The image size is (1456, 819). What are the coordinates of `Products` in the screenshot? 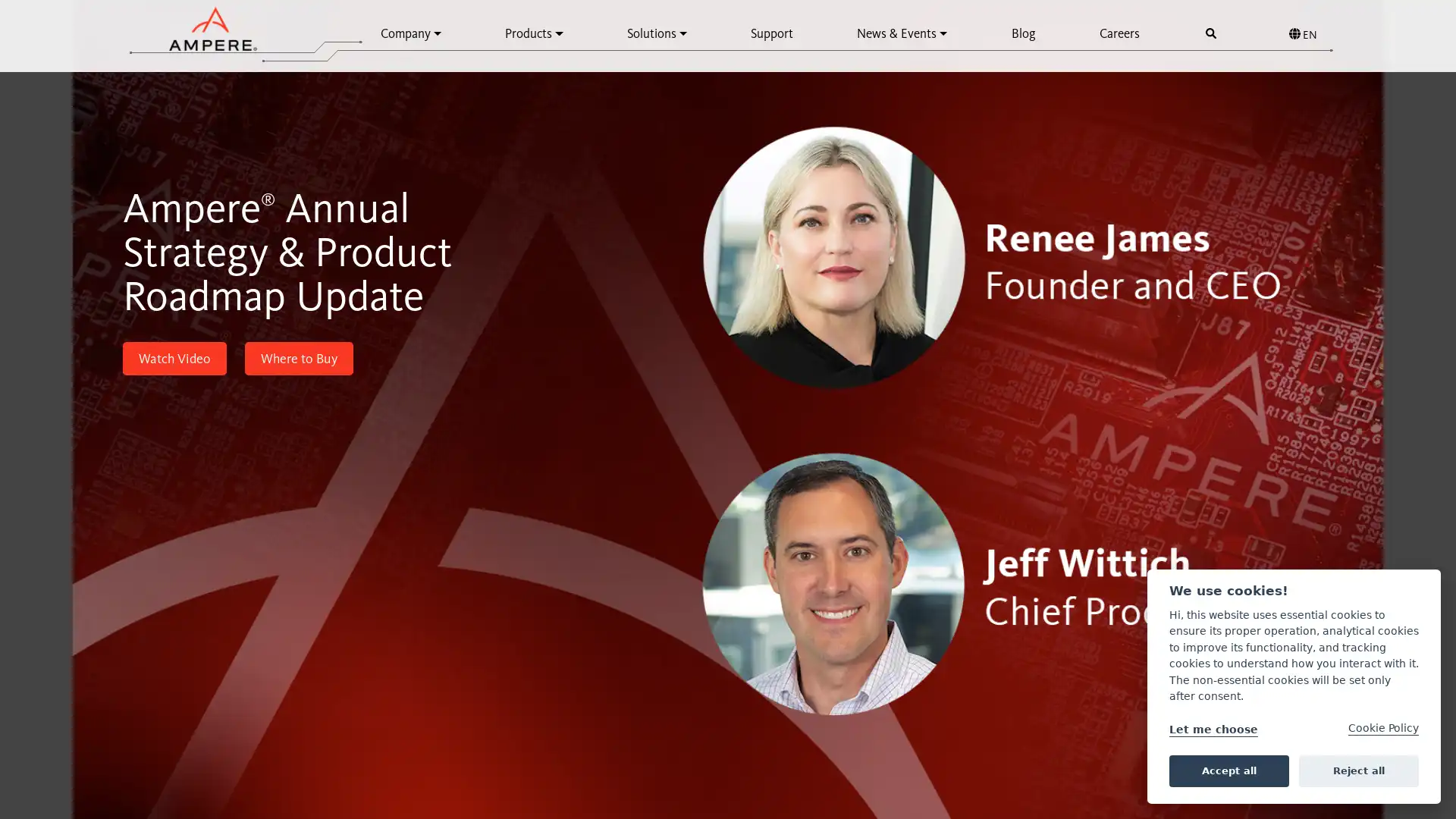 It's located at (534, 33).